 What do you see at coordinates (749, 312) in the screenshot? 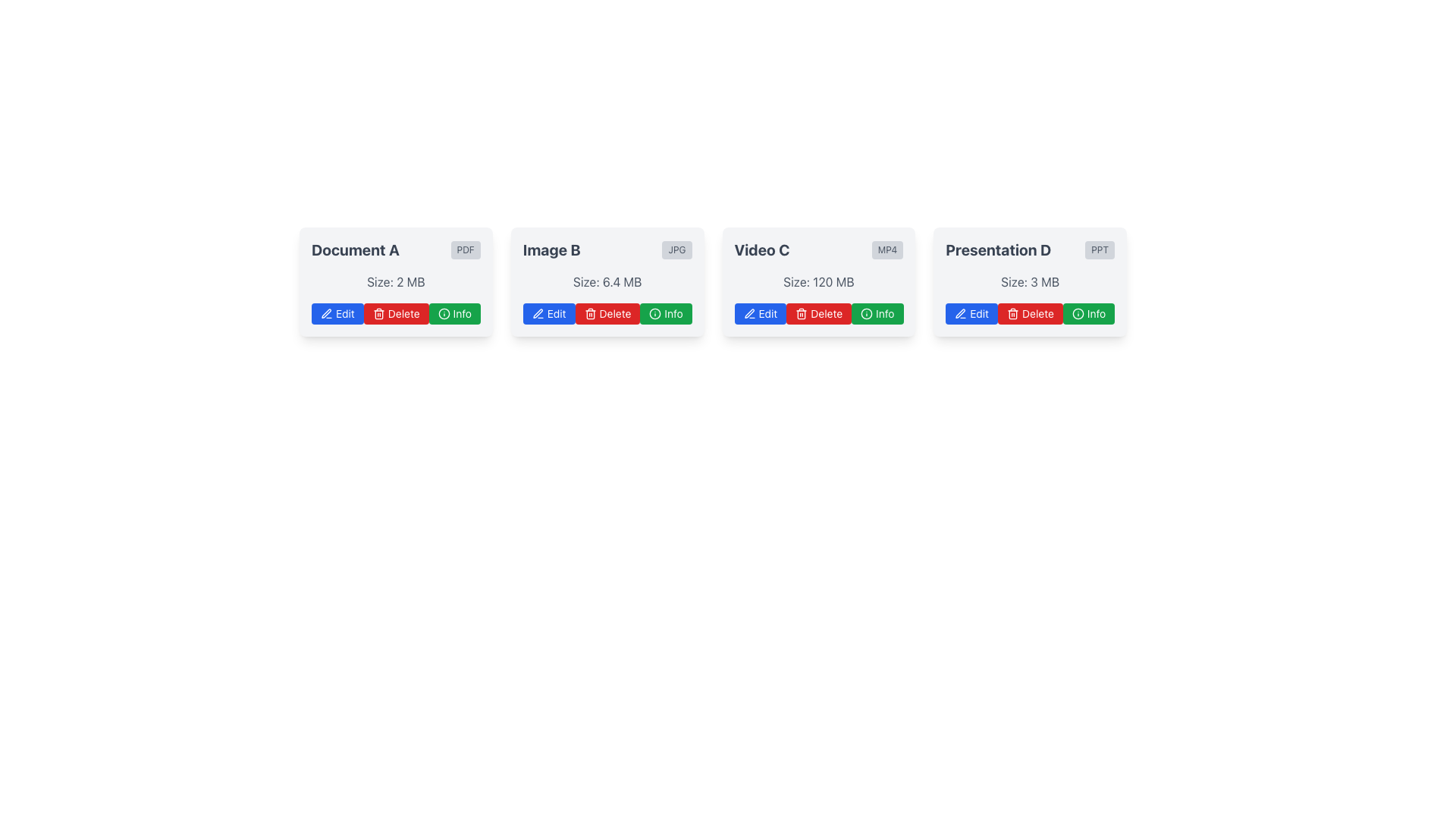
I see `the SVG icon resembling a pen within the blue button labeled 'Edit' for the entry 'Video C'` at bounding box center [749, 312].